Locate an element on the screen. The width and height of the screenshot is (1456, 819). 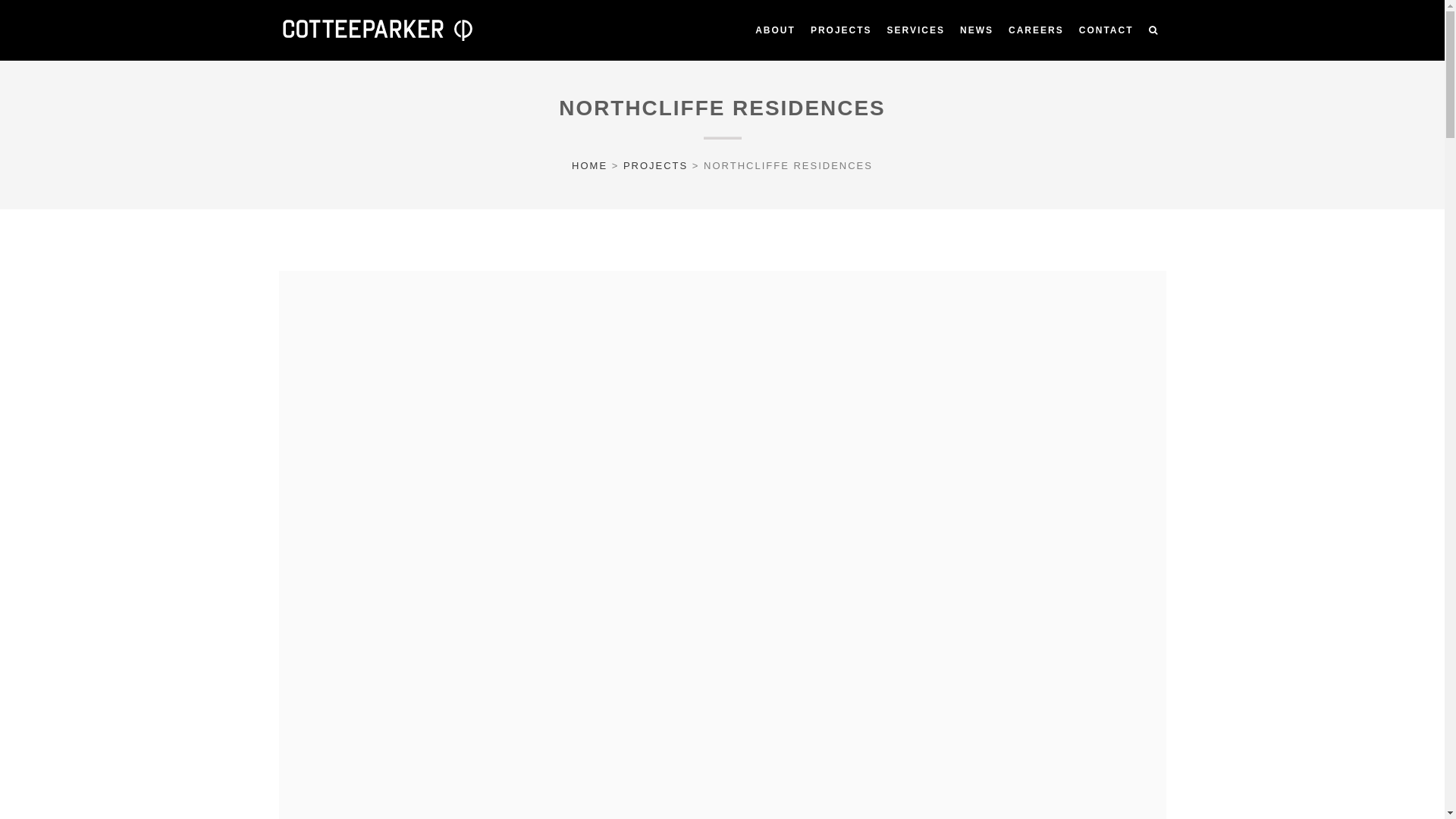
'PROJECTS' is located at coordinates (840, 30).